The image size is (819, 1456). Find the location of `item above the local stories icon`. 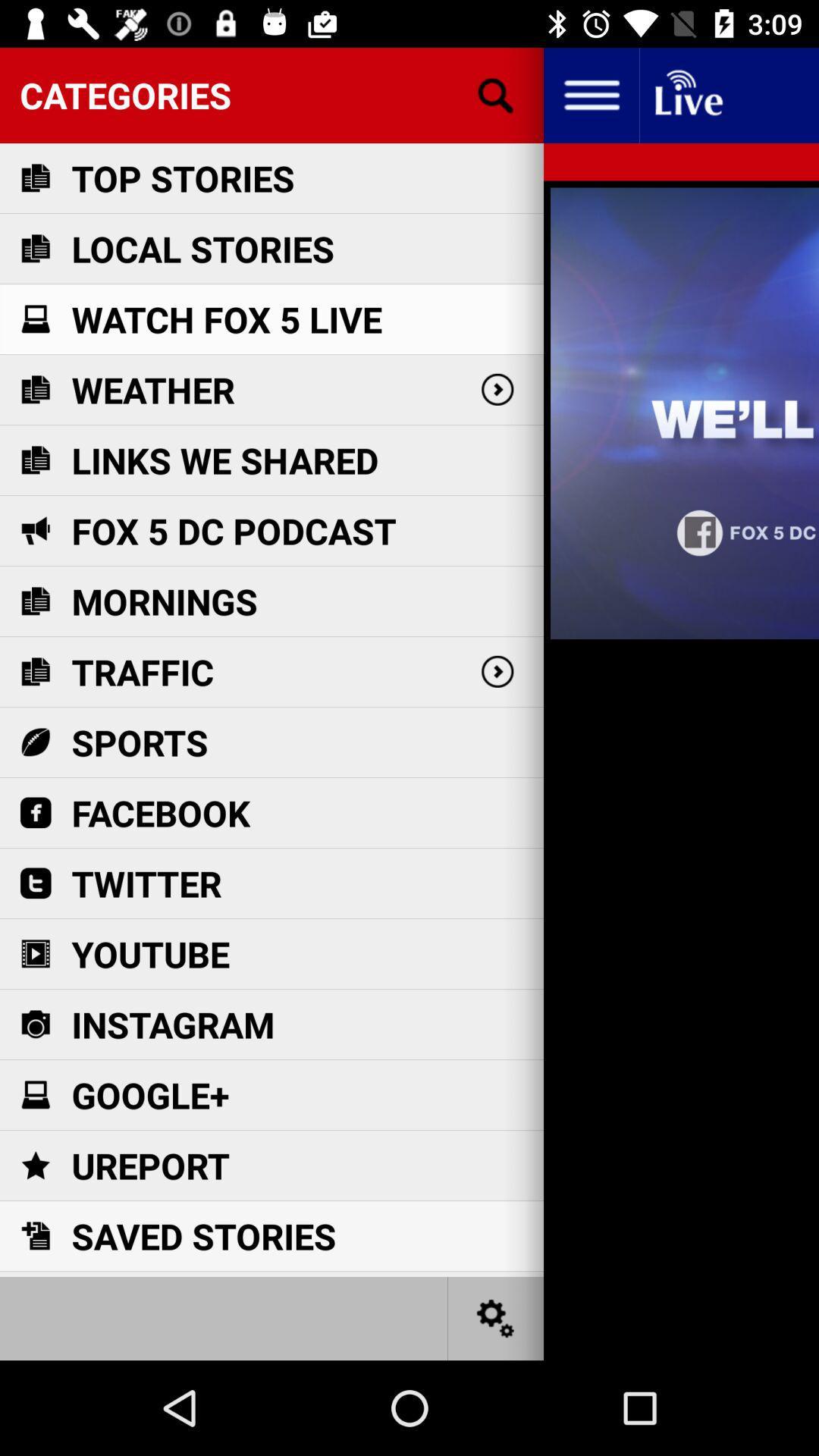

item above the local stories icon is located at coordinates (182, 178).